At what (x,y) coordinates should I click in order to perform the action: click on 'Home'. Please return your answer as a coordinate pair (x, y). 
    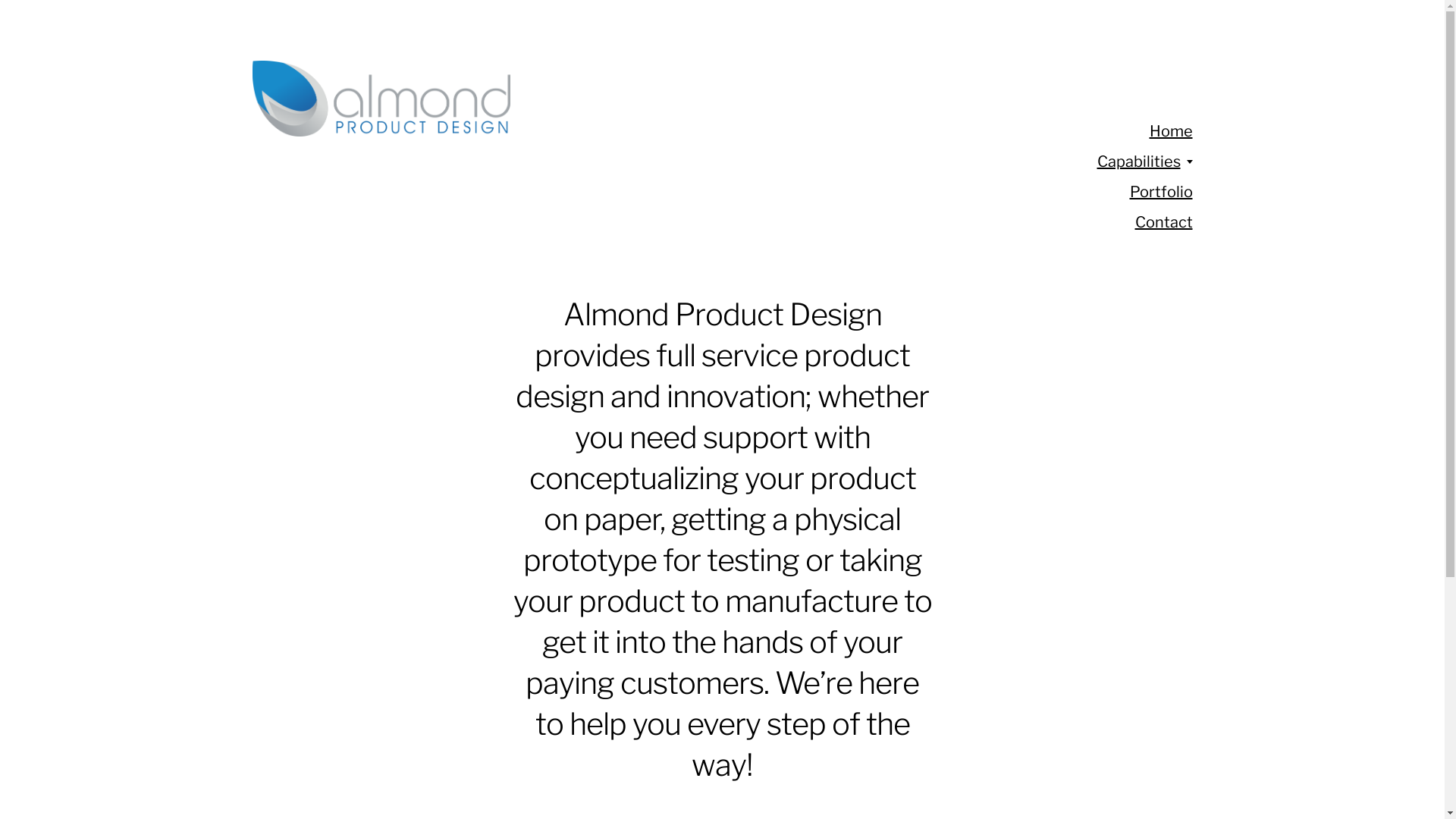
    Looking at the image, I should click on (1150, 130).